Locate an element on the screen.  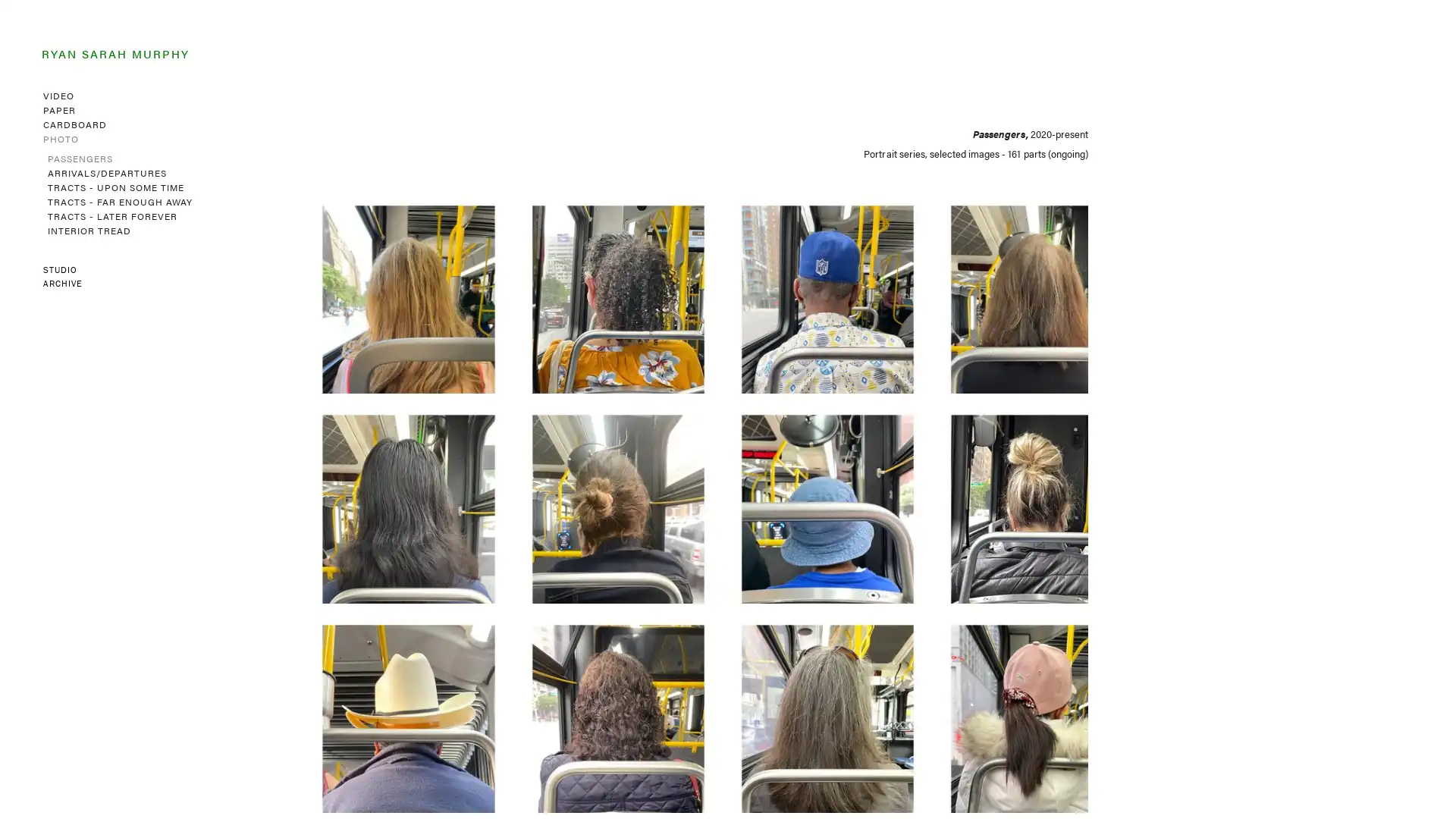
View fullsize Passenger 151-.jpeg is located at coordinates (783, 698).